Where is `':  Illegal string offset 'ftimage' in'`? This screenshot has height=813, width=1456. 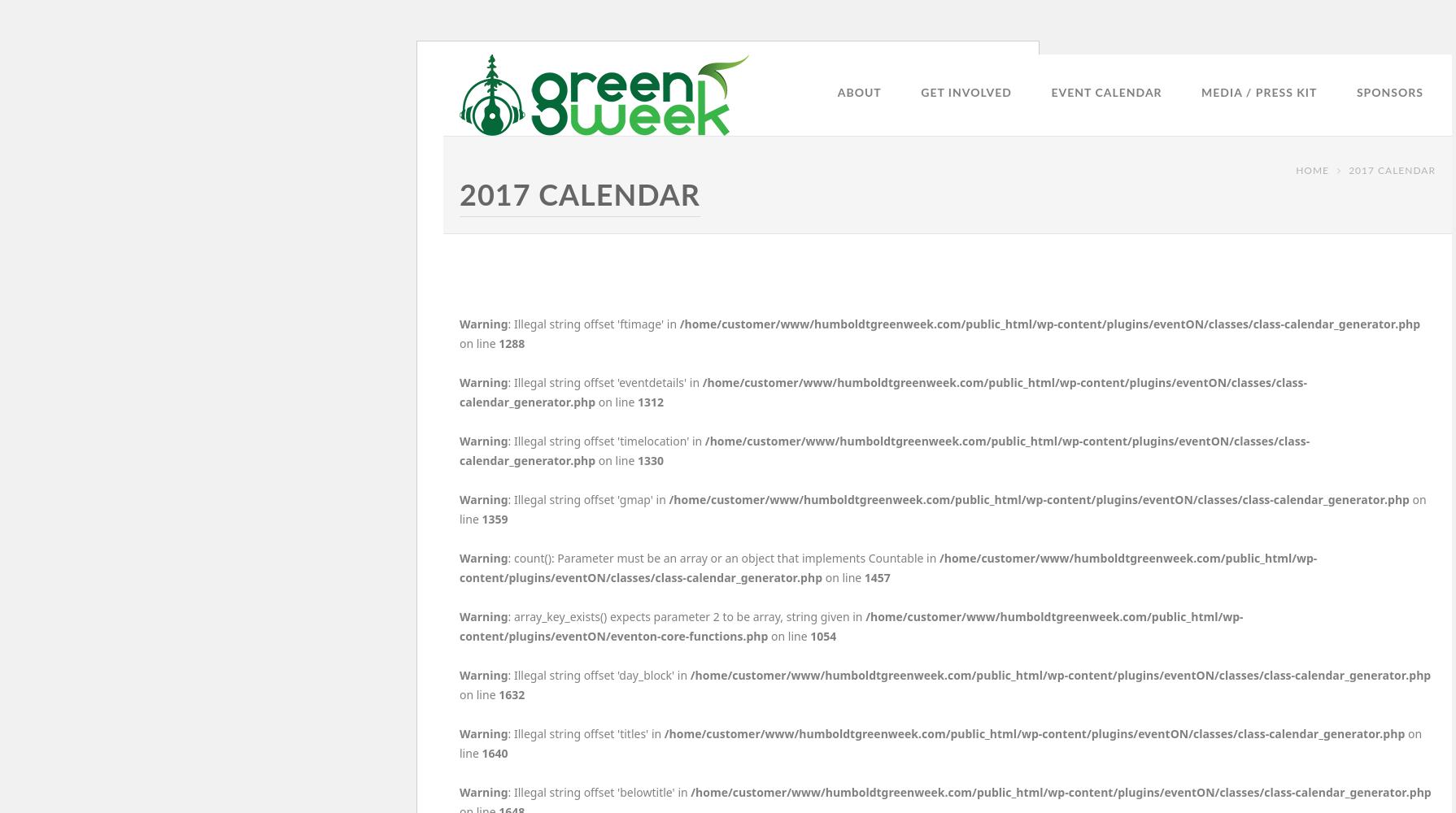
':  Illegal string offset 'ftimage' in' is located at coordinates (592, 324).